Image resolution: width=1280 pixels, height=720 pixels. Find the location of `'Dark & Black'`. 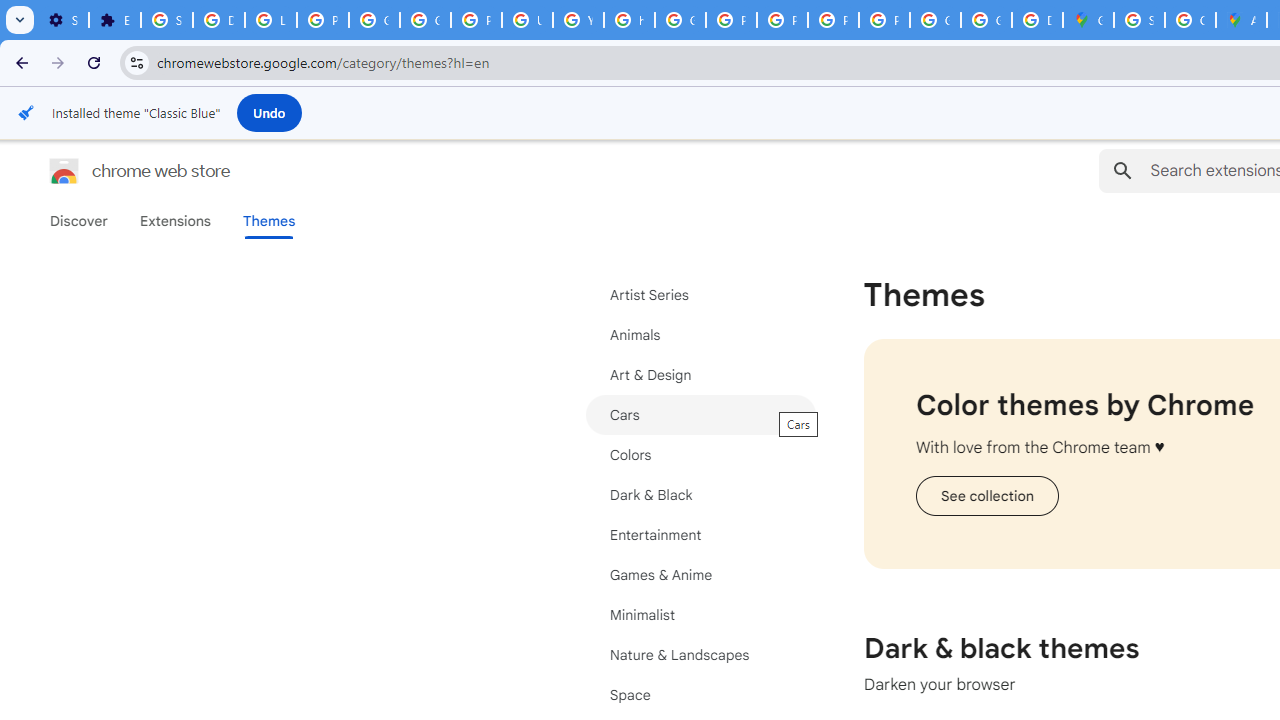

'Dark & Black' is located at coordinates (700, 495).